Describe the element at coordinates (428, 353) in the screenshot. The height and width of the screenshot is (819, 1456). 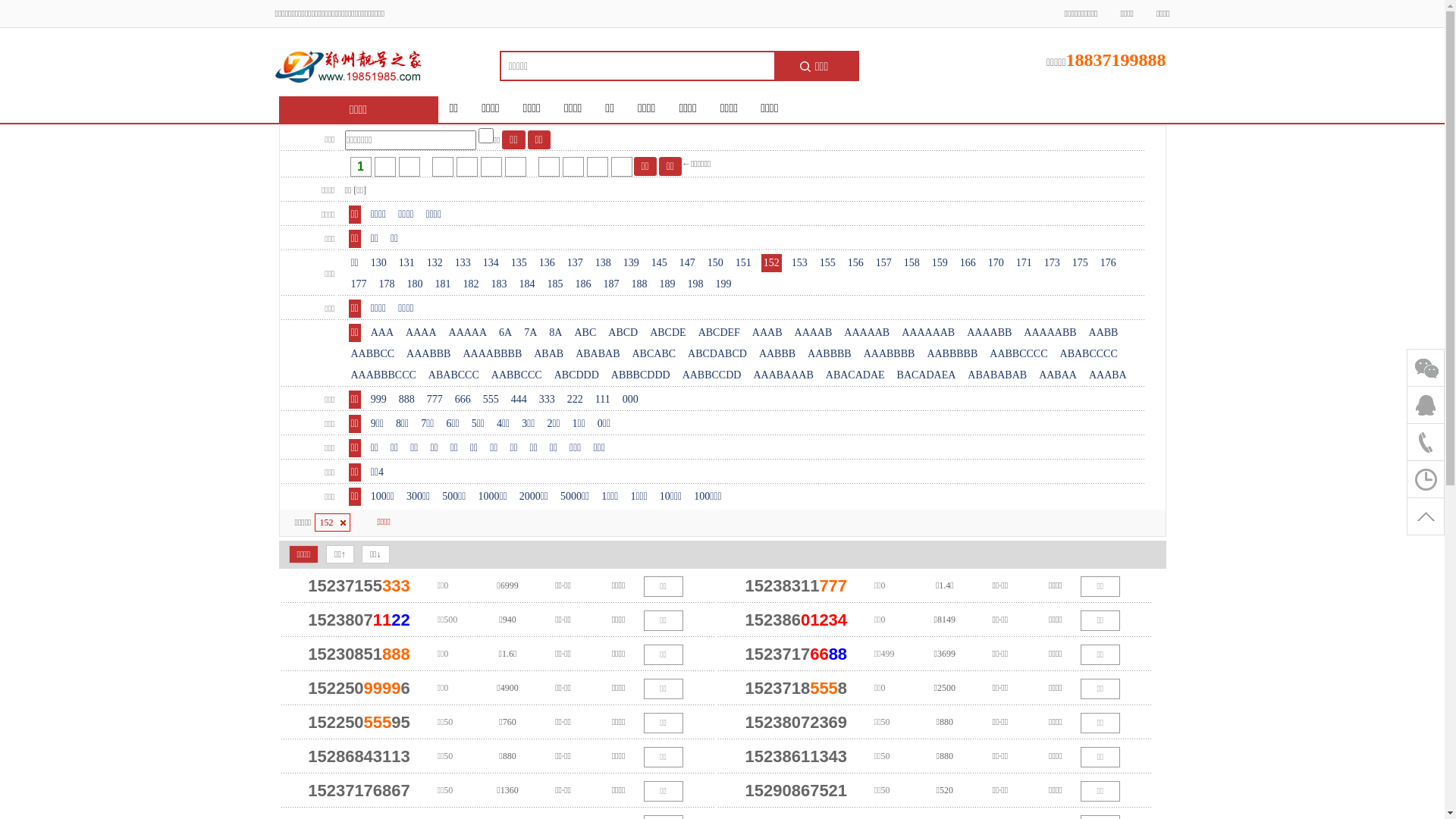
I see `'AAABBB'` at that location.